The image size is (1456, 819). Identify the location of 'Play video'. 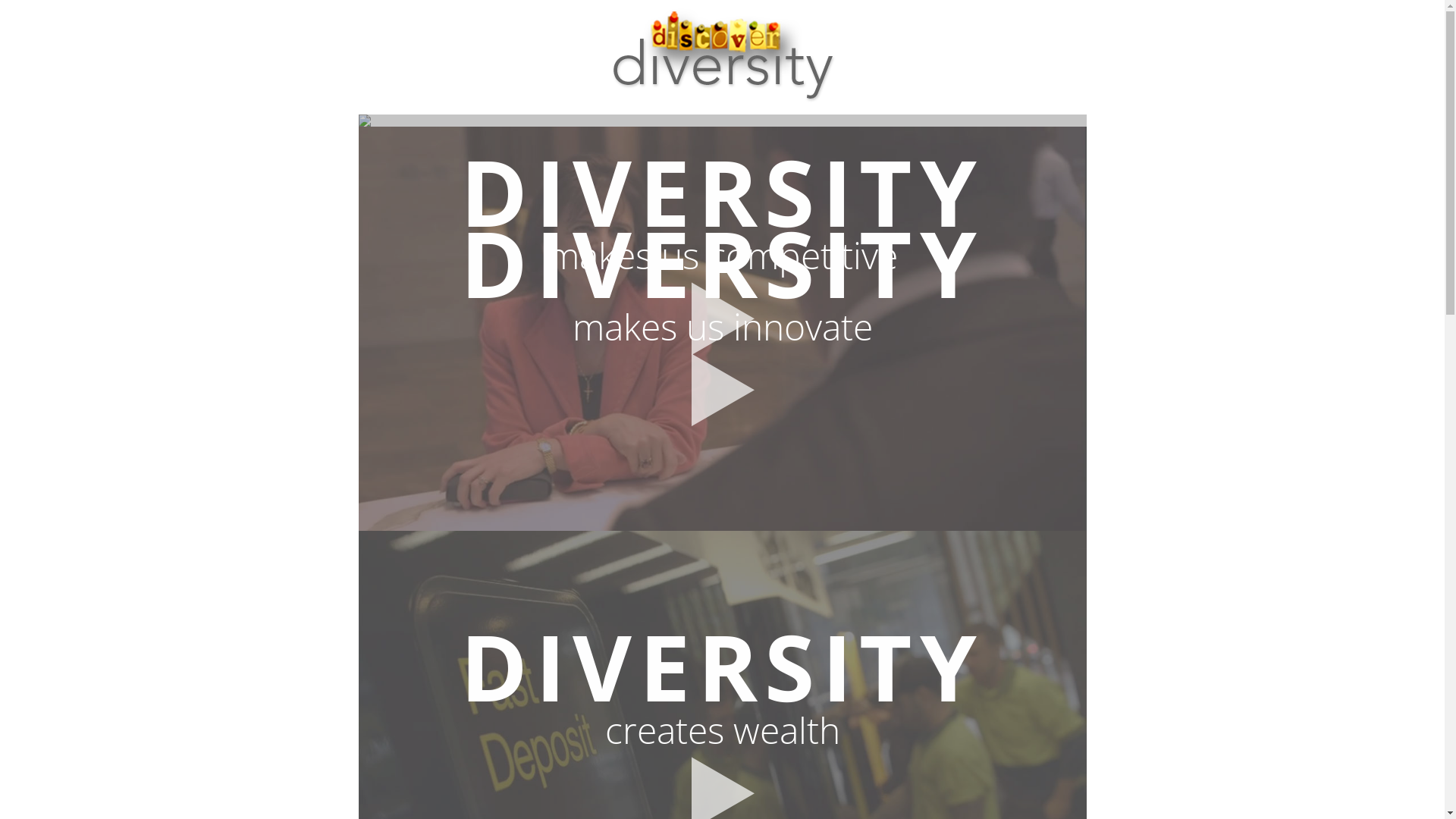
(720, 318).